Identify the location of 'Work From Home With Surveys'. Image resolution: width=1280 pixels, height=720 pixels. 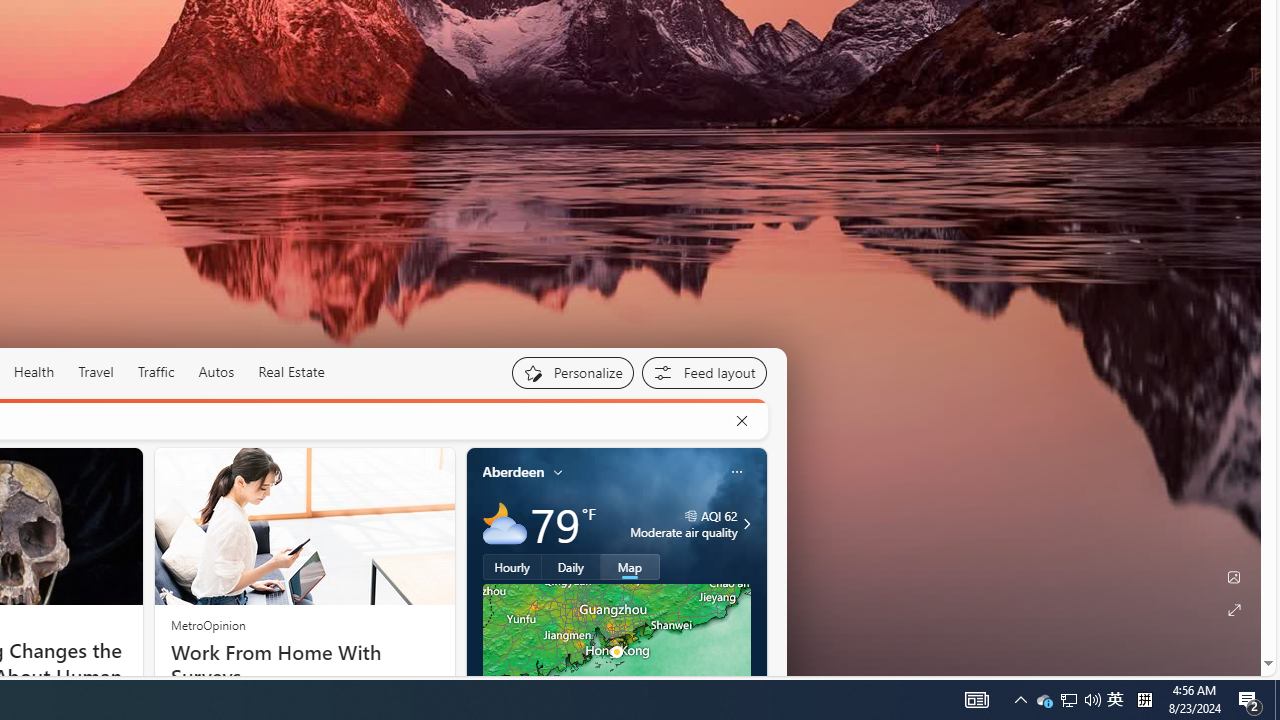
(303, 664).